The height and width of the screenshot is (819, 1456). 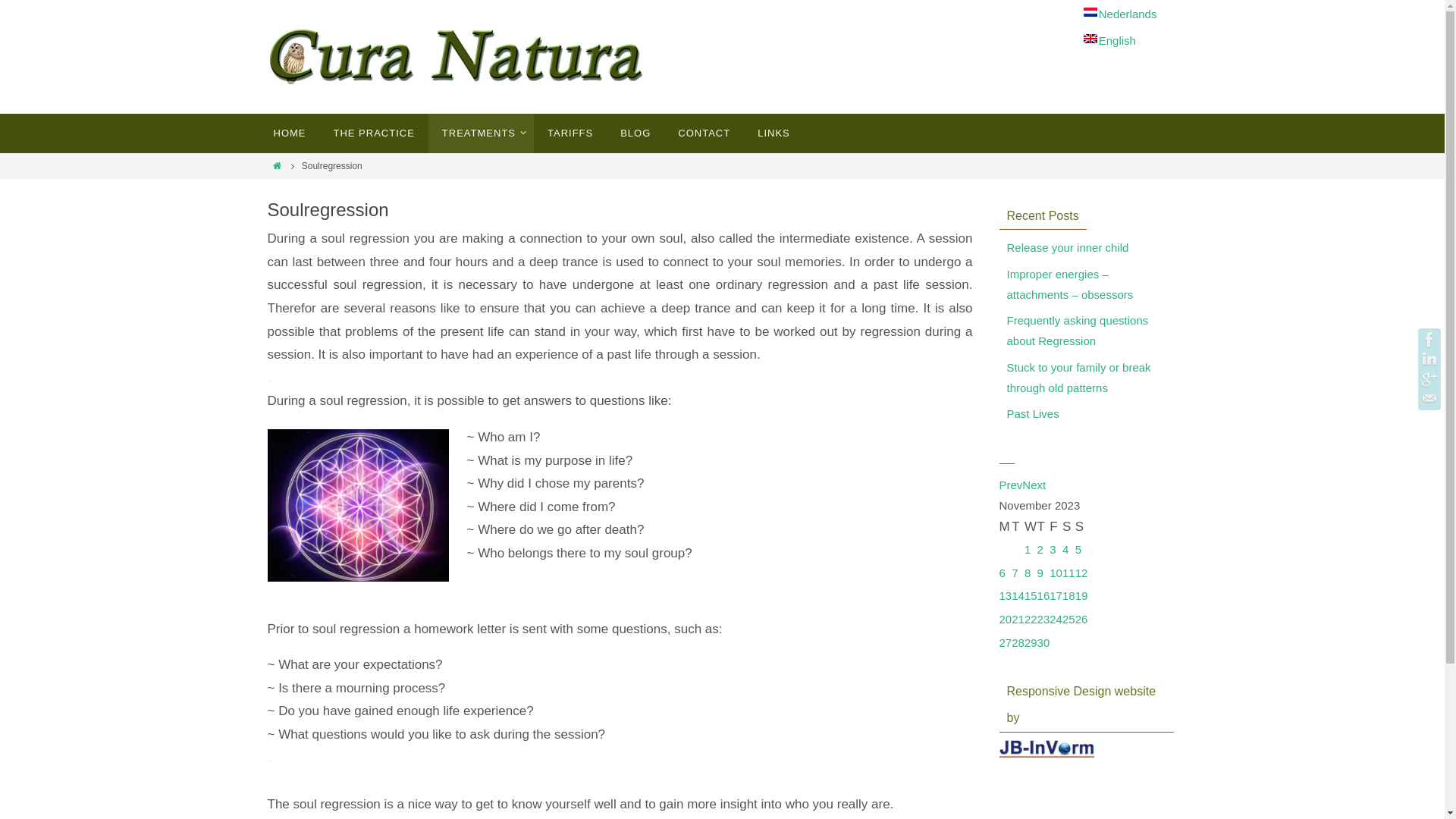 I want to click on '21', so click(x=1018, y=620).